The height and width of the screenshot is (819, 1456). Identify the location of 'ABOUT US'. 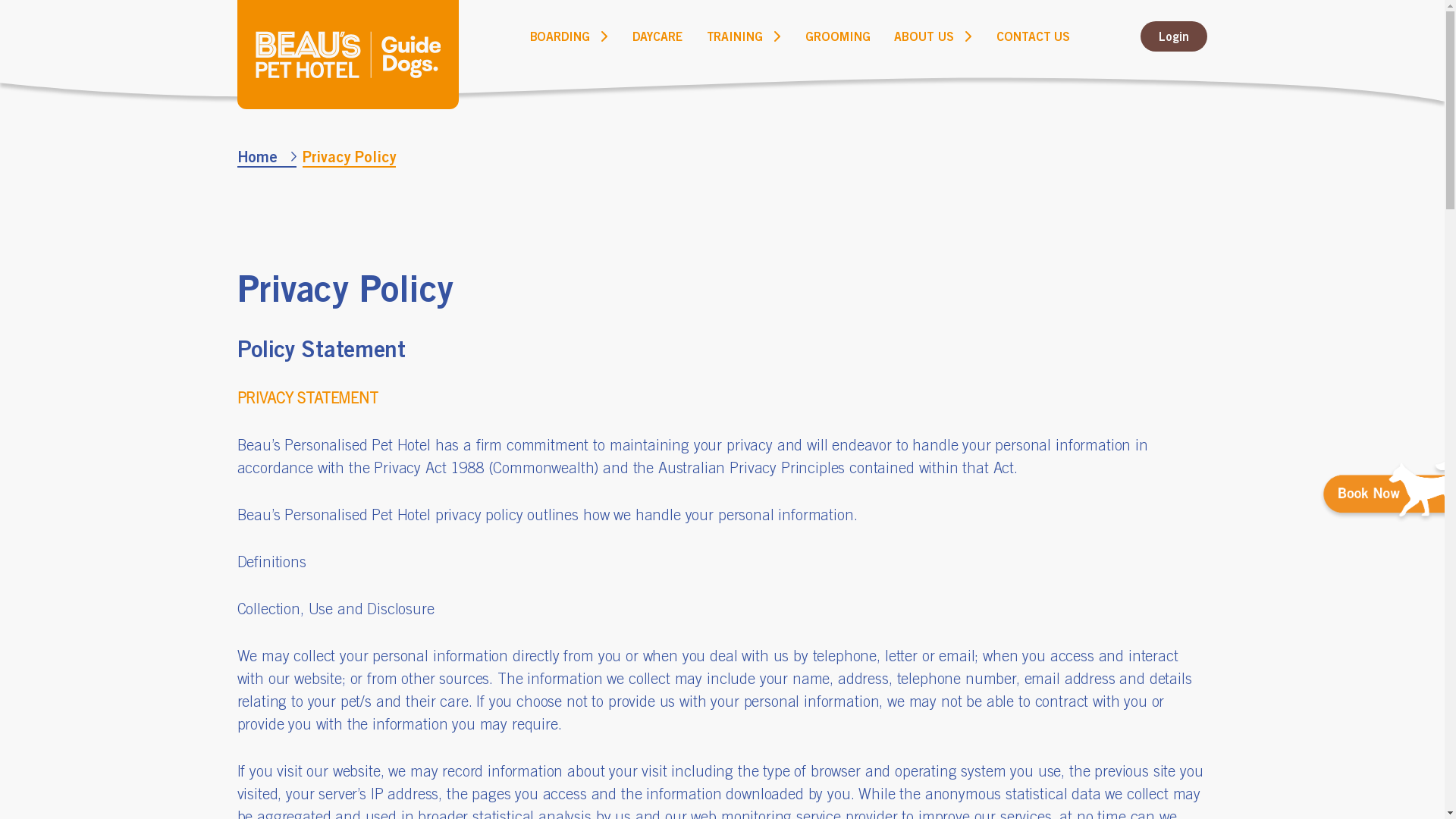
(894, 35).